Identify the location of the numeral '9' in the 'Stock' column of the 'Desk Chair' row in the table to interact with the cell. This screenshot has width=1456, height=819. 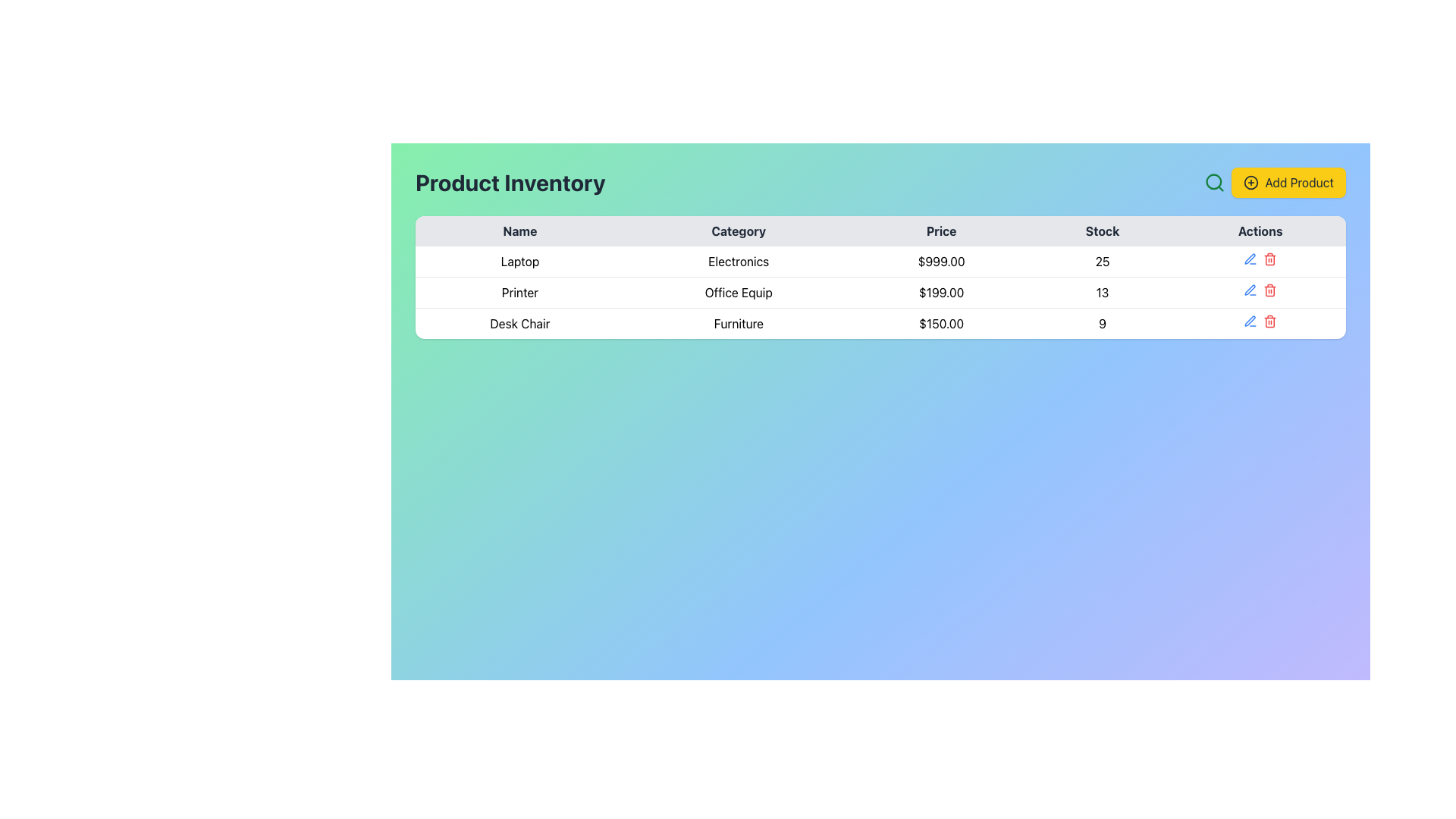
(1103, 322).